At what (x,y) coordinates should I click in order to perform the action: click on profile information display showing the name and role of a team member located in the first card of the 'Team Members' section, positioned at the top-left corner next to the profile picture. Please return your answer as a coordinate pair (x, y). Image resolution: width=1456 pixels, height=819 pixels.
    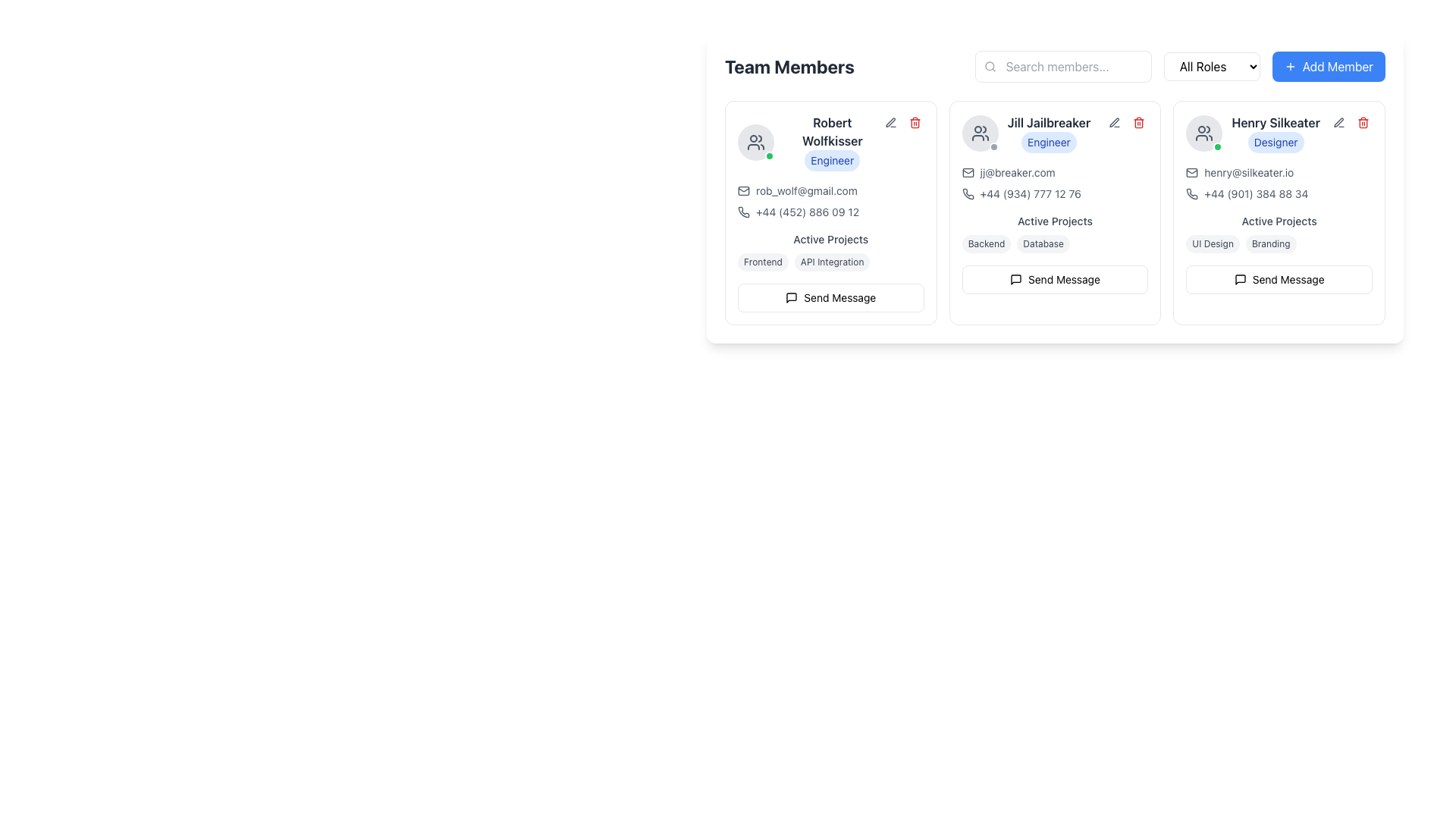
    Looking at the image, I should click on (808, 143).